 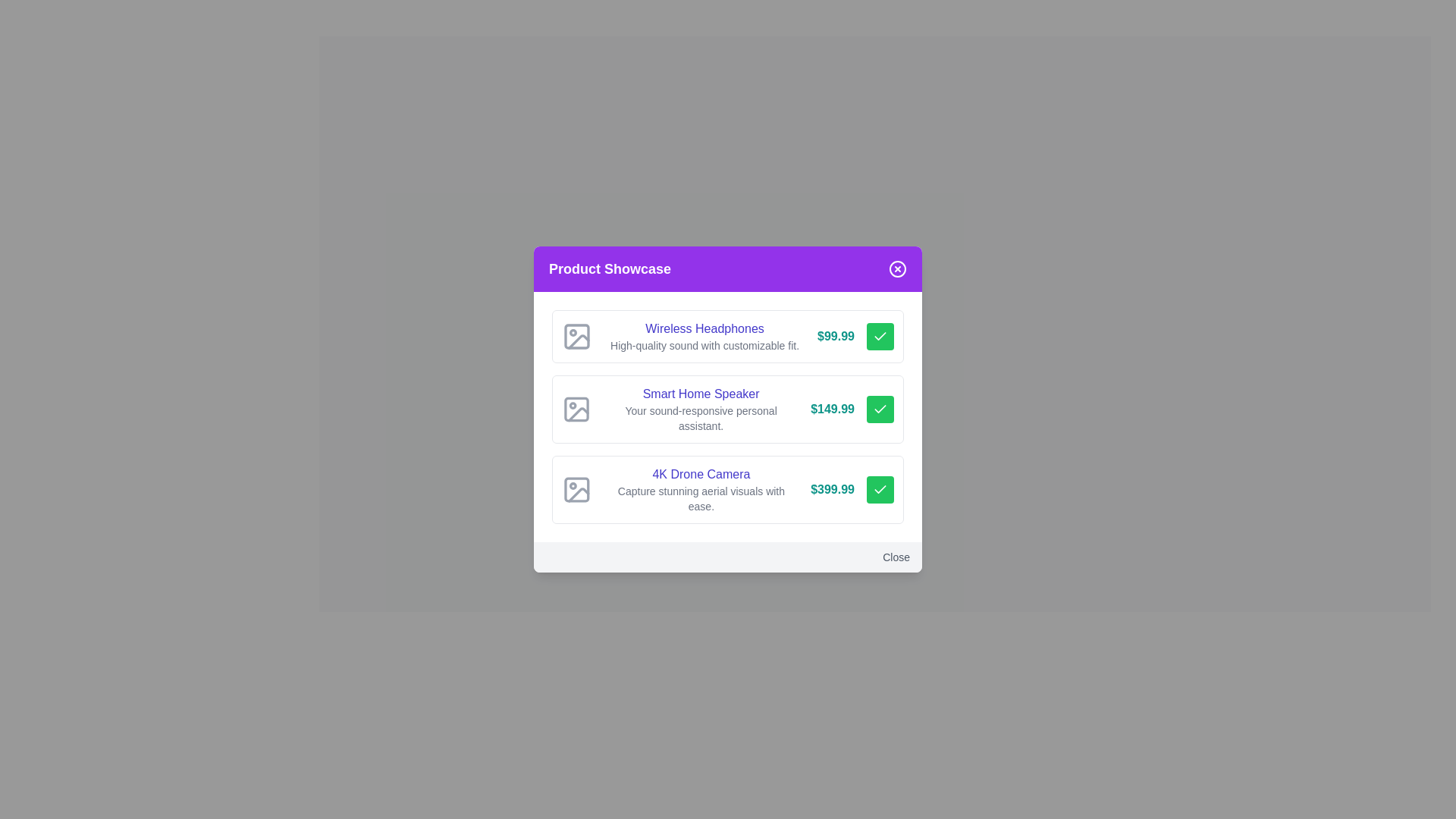 What do you see at coordinates (880, 335) in the screenshot?
I see `the green button containing the check icon for the 'Smart Home Speaker'` at bounding box center [880, 335].